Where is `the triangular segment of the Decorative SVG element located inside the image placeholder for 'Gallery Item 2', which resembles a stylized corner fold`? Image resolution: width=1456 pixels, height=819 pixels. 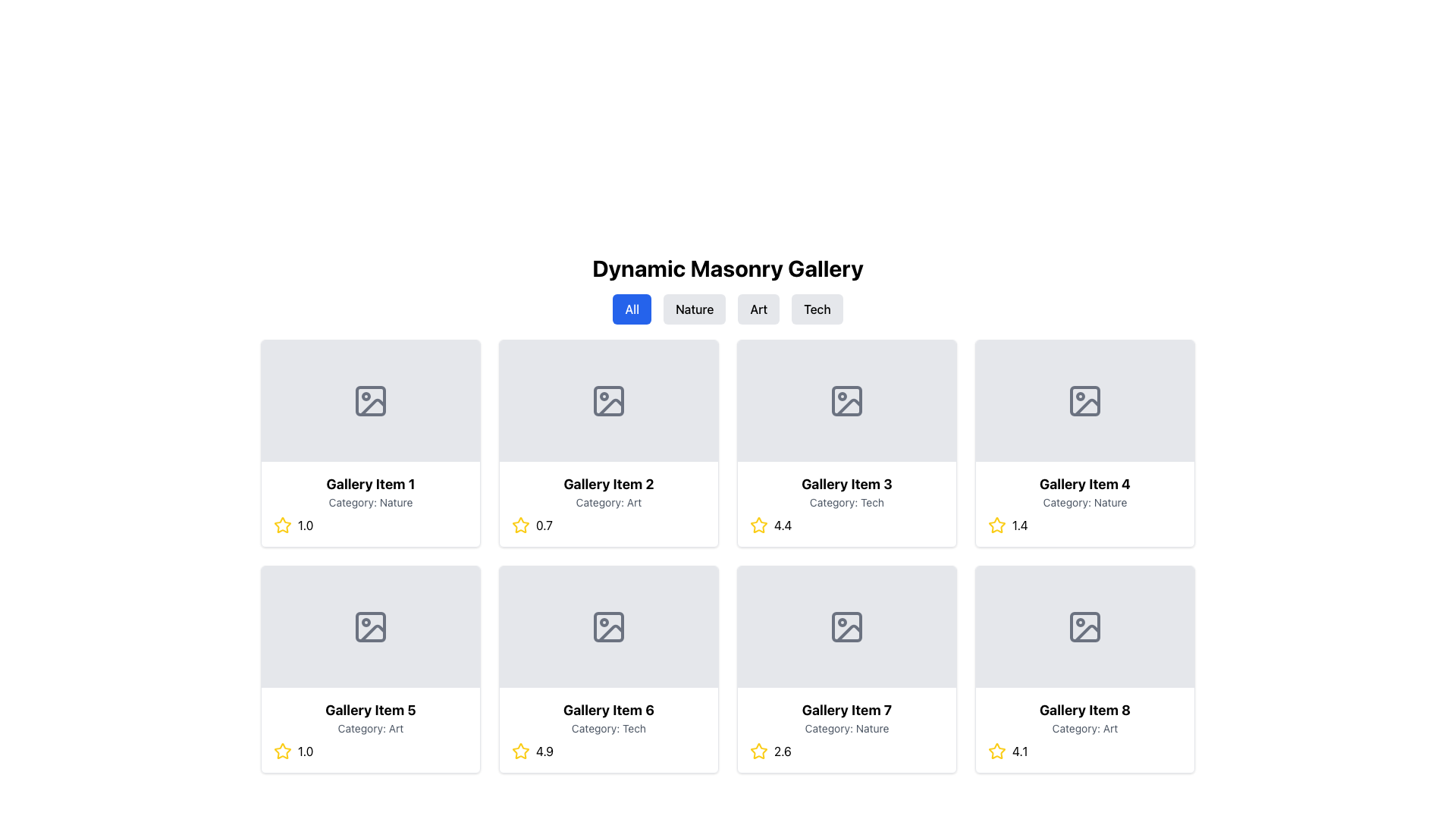 the triangular segment of the Decorative SVG element located inside the image placeholder for 'Gallery Item 2', which resembles a stylized corner fold is located at coordinates (611, 406).